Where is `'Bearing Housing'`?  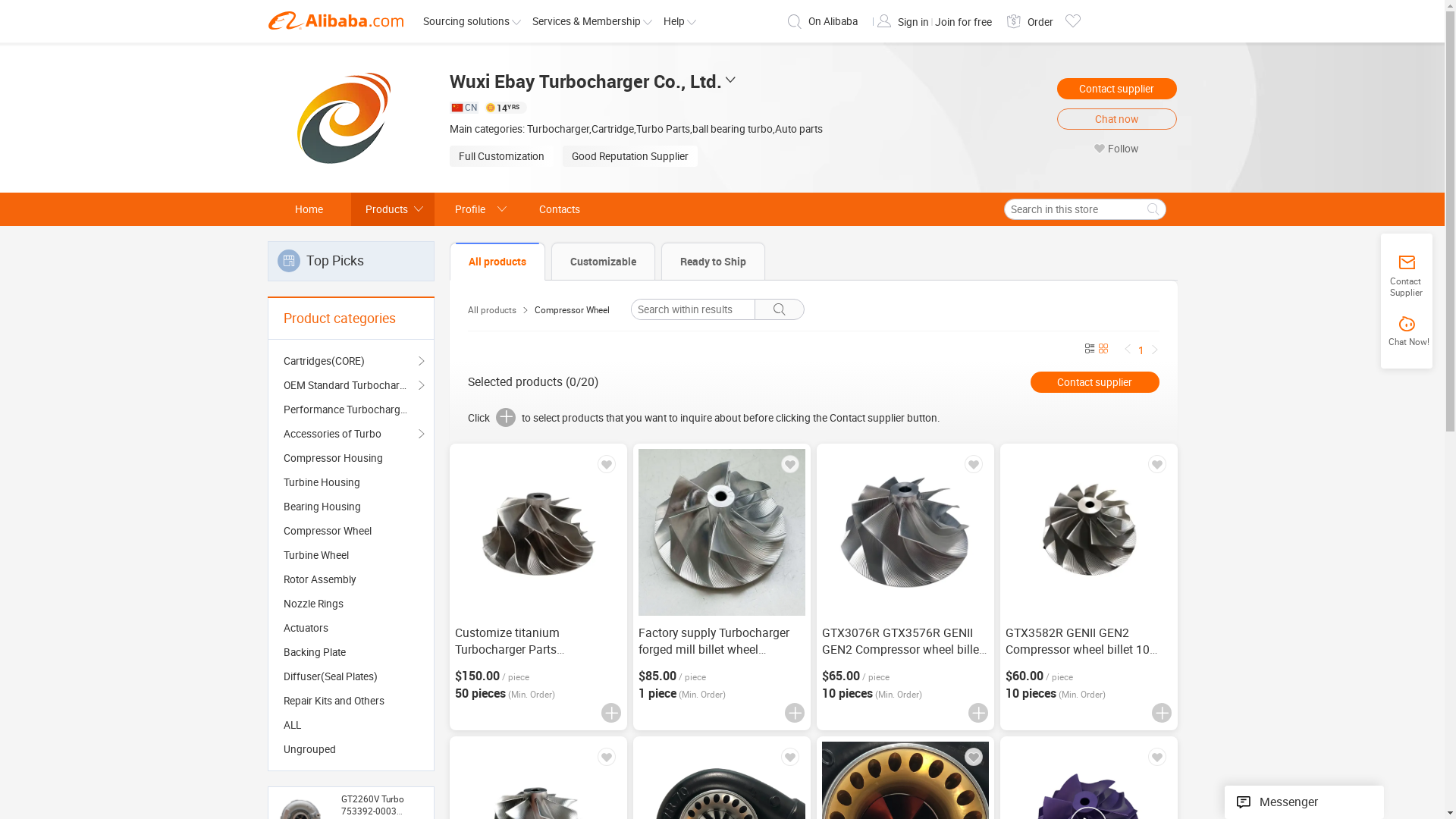
'Bearing Housing' is located at coordinates (350, 506).